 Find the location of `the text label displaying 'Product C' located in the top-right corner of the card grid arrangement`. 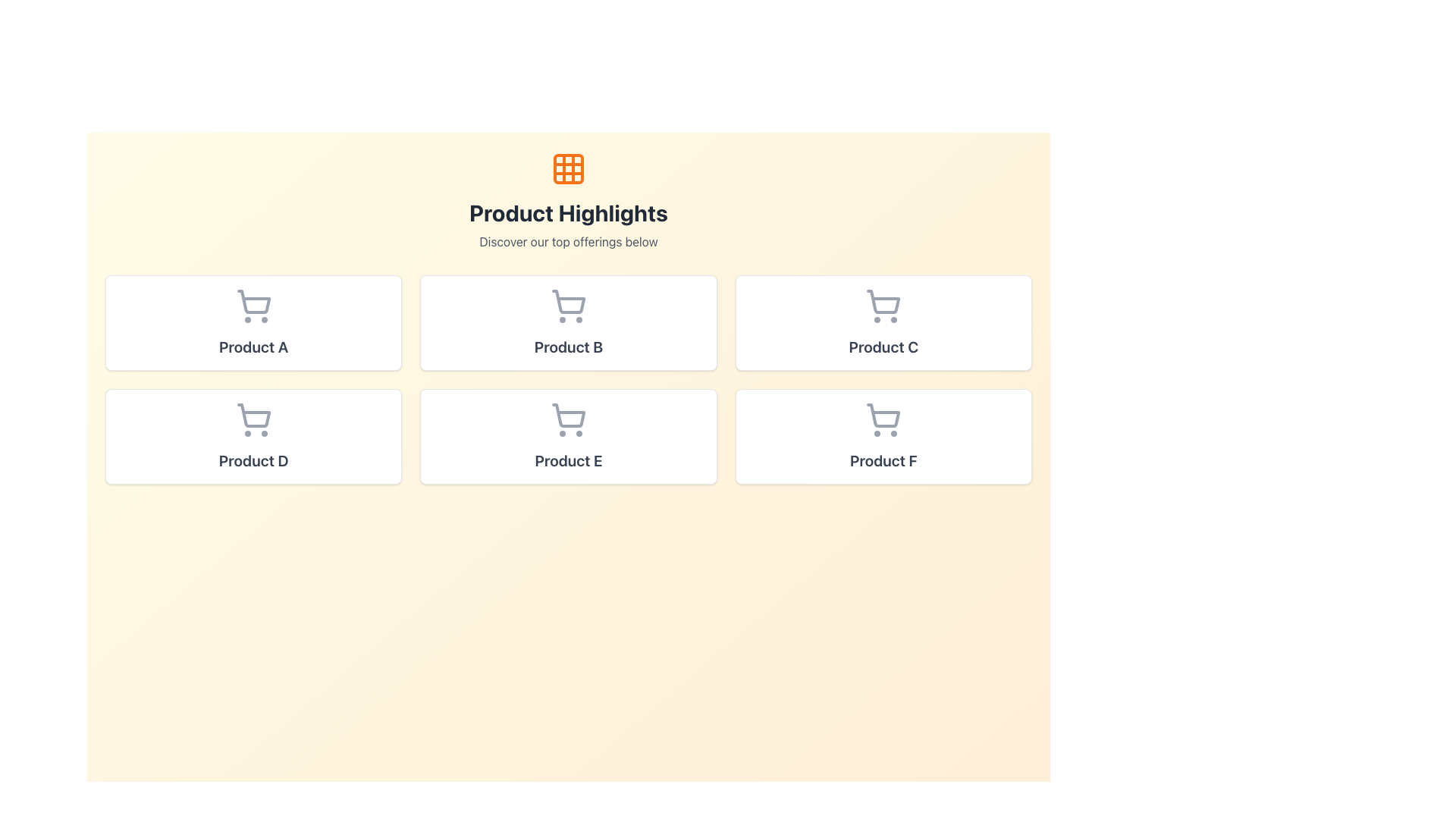

the text label displaying 'Product C' located in the top-right corner of the card grid arrangement is located at coordinates (883, 347).